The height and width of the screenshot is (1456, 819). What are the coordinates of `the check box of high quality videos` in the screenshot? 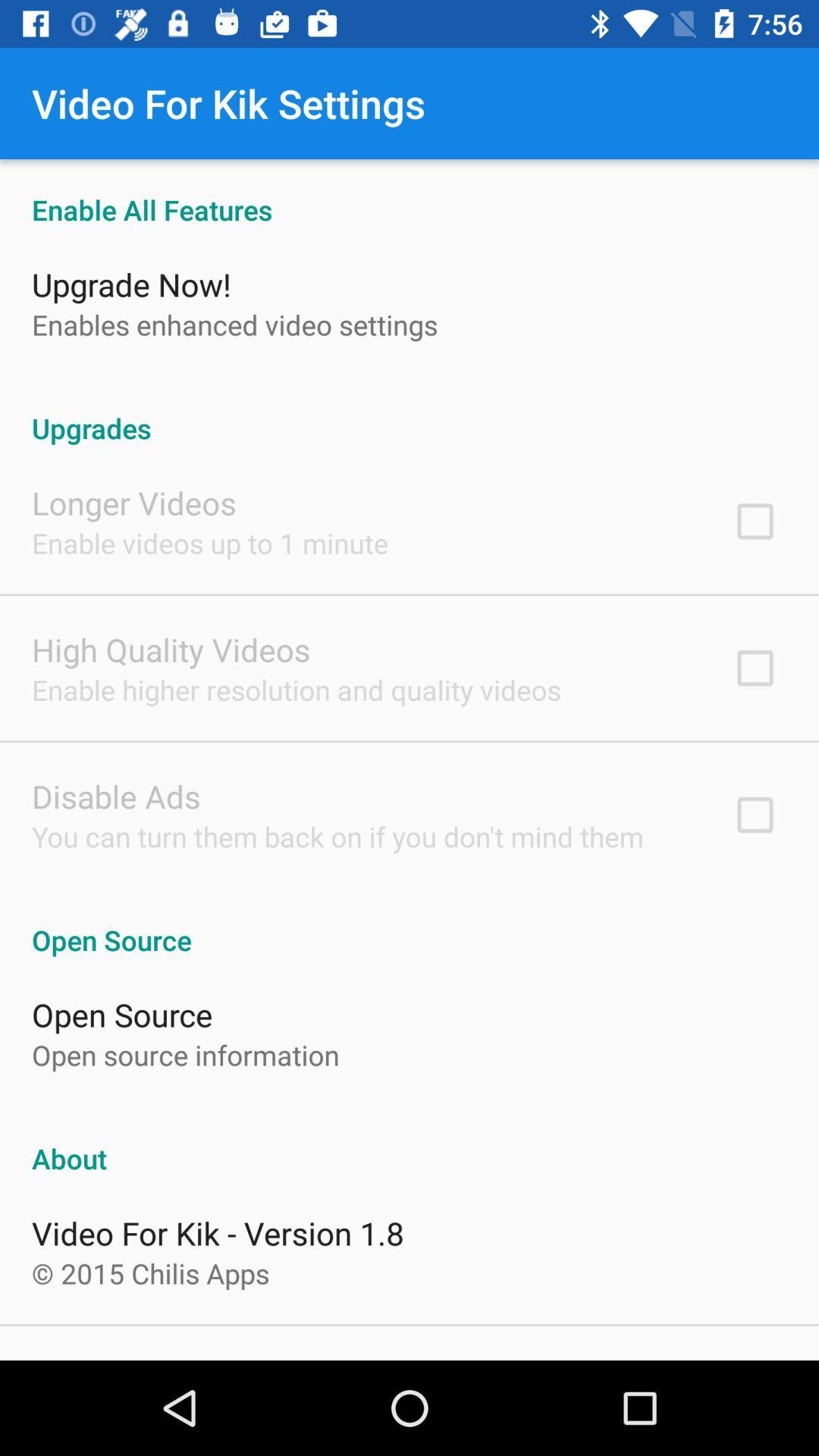 It's located at (755, 667).